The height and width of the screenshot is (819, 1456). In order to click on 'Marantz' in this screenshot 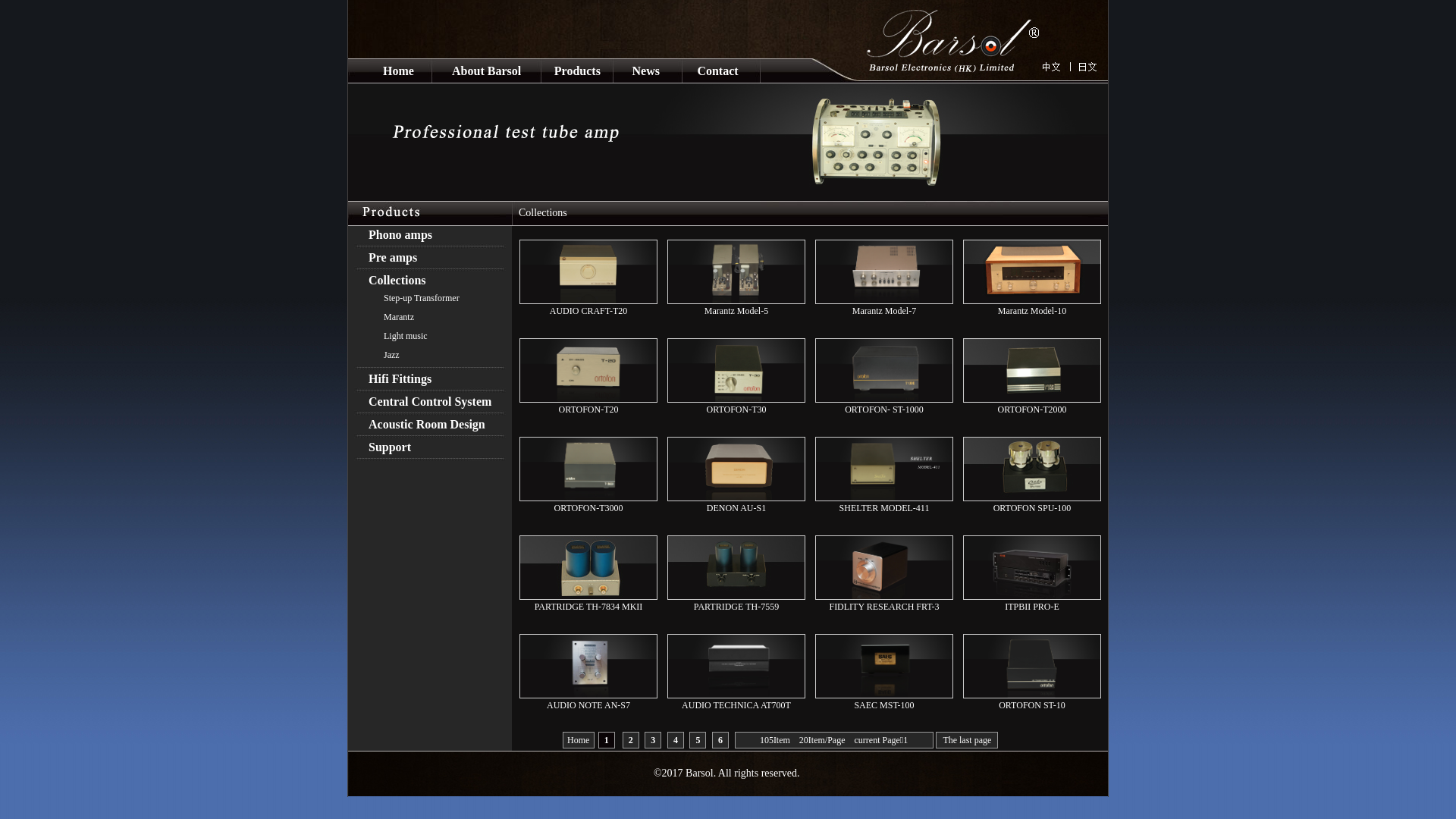, I will do `click(347, 316)`.